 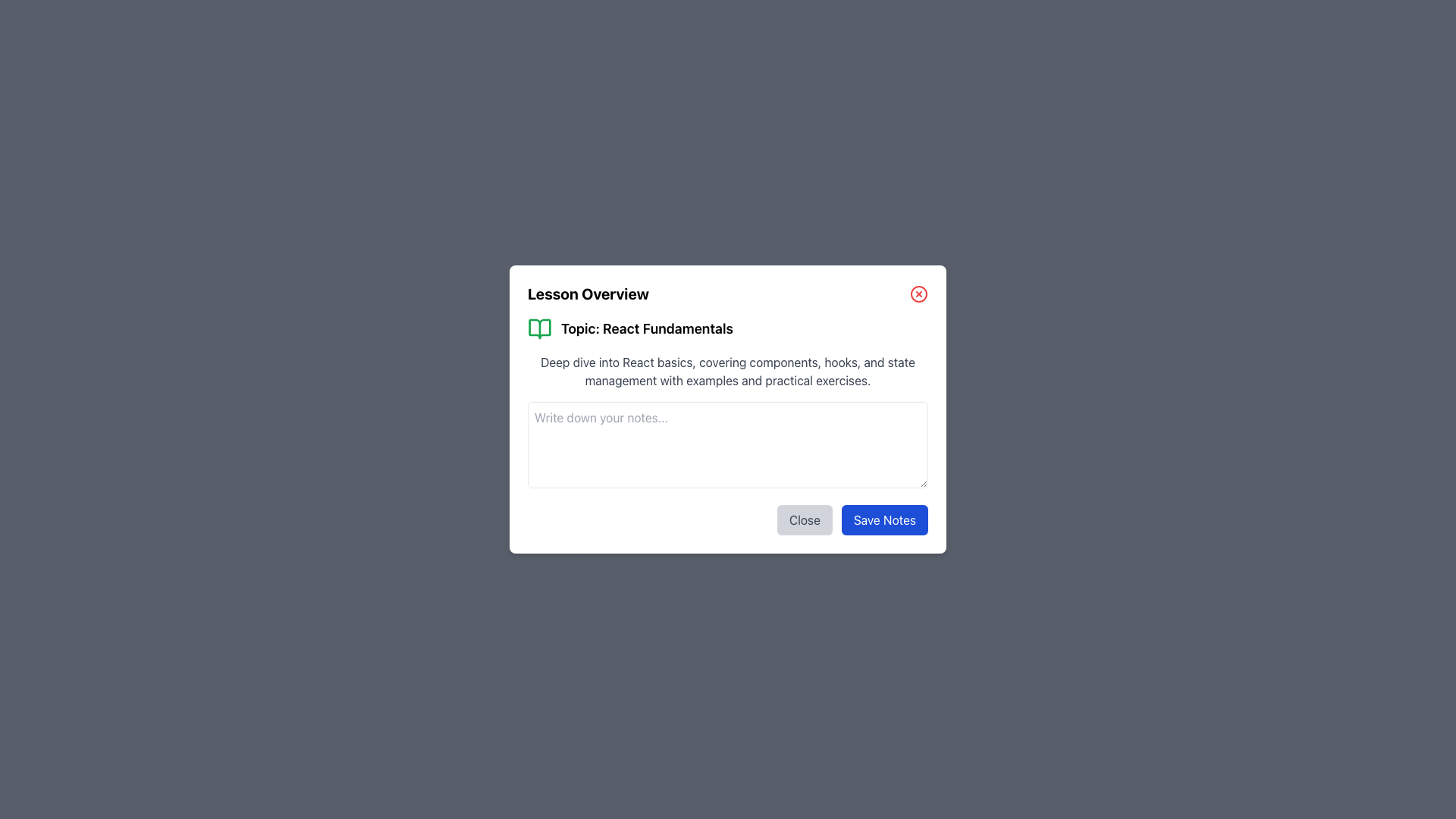 I want to click on the close button located at the top-right corner of the 'Lesson Overview' section header, so click(x=918, y=294).